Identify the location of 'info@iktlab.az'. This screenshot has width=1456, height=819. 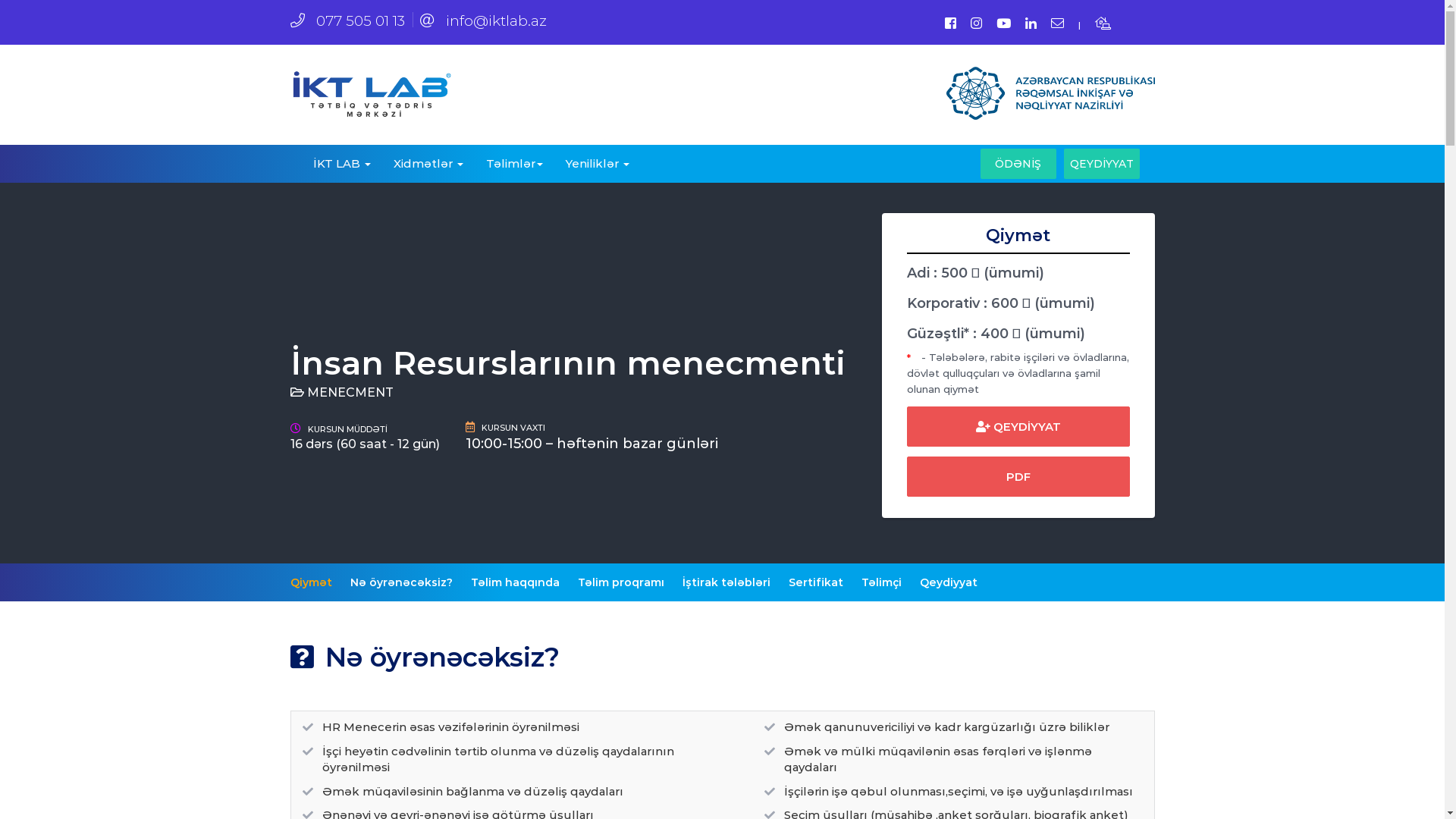
(482, 20).